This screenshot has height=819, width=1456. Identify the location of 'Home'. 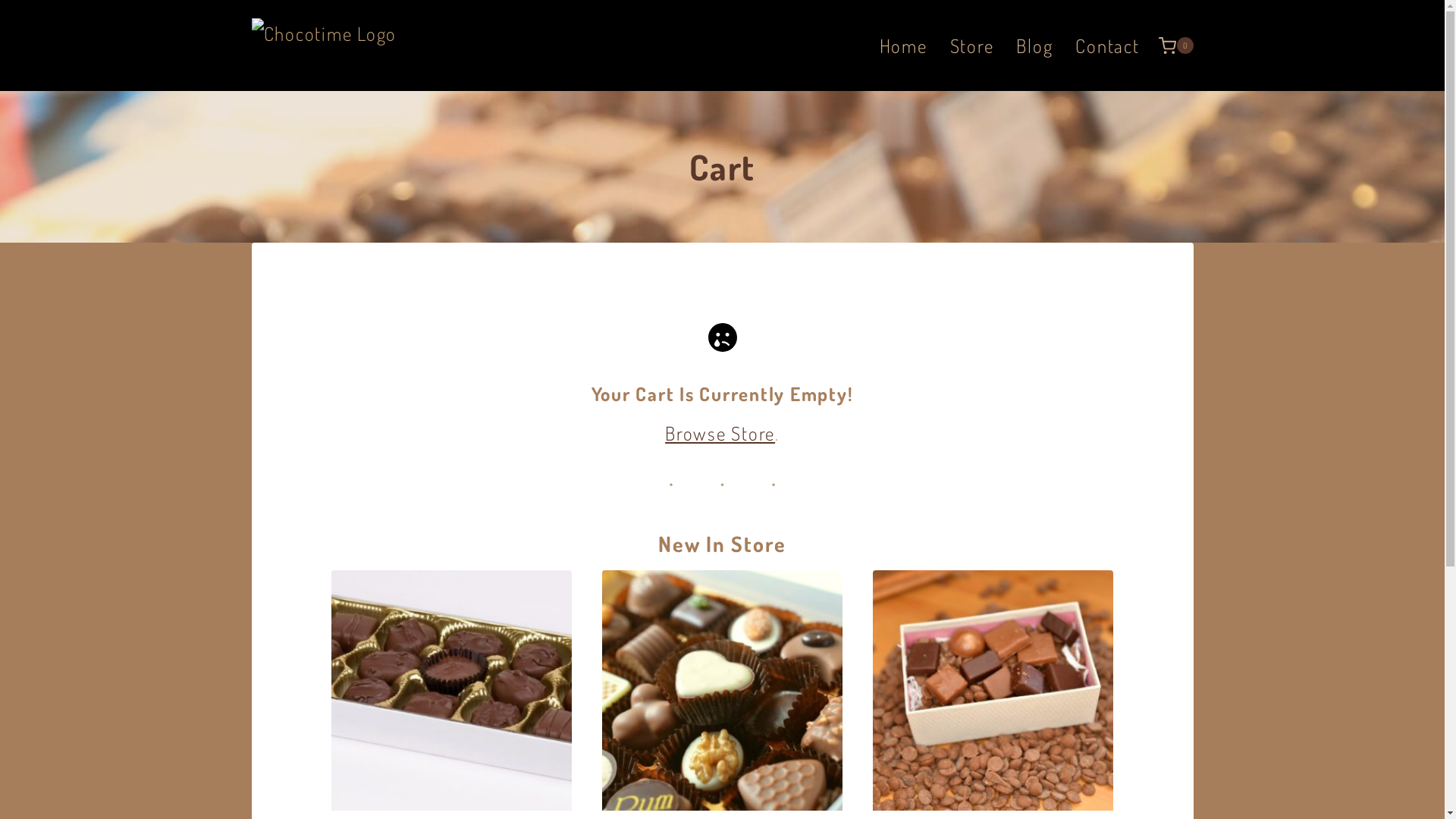
(903, 44).